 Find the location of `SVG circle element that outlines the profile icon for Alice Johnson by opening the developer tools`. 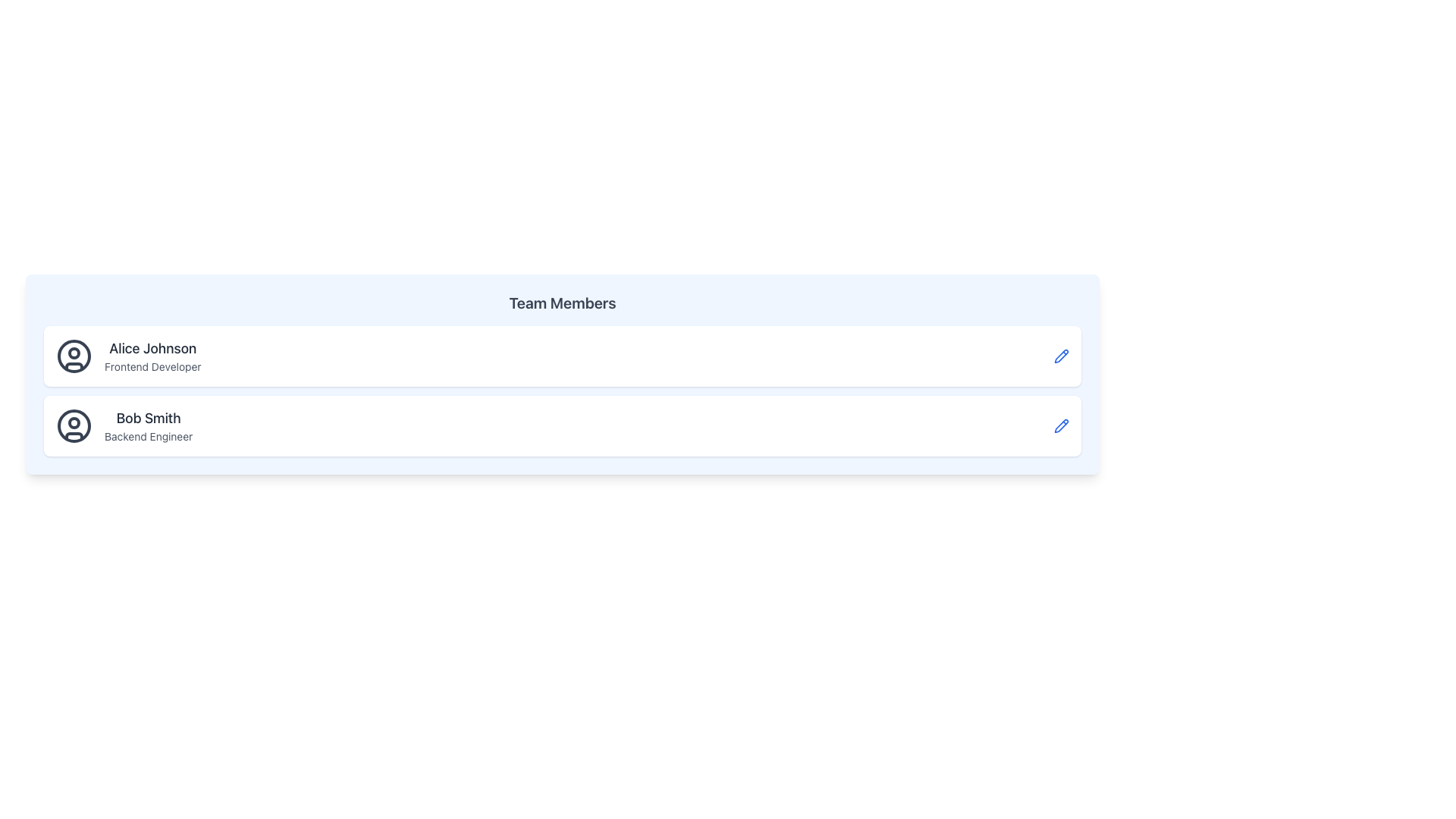

SVG circle element that outlines the profile icon for Alice Johnson by opening the developer tools is located at coordinates (73, 356).